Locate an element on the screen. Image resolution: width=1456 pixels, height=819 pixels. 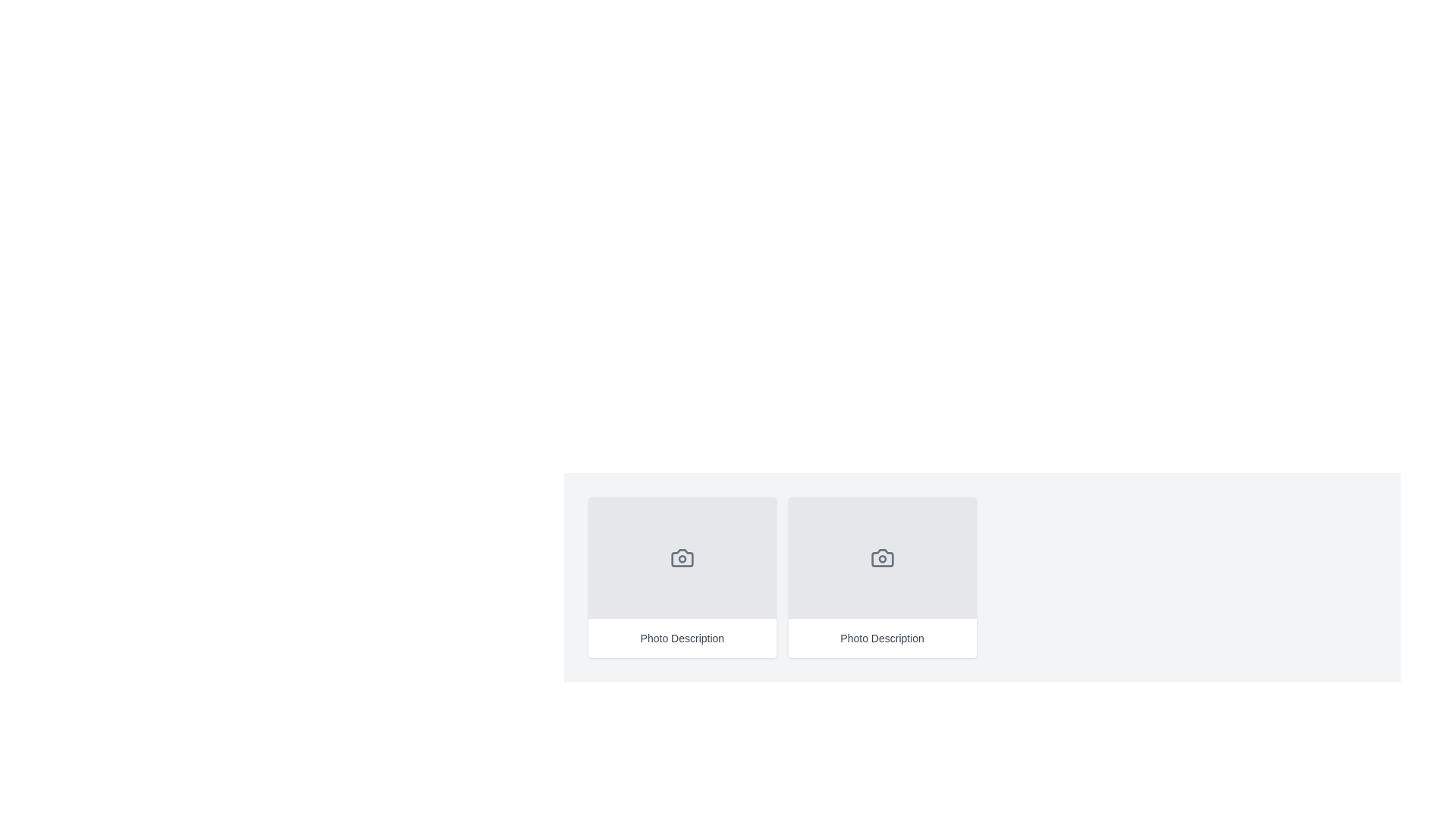
the text content of the descriptive label located in the footer of the second card in a horizontally aligned card layout is located at coordinates (882, 638).